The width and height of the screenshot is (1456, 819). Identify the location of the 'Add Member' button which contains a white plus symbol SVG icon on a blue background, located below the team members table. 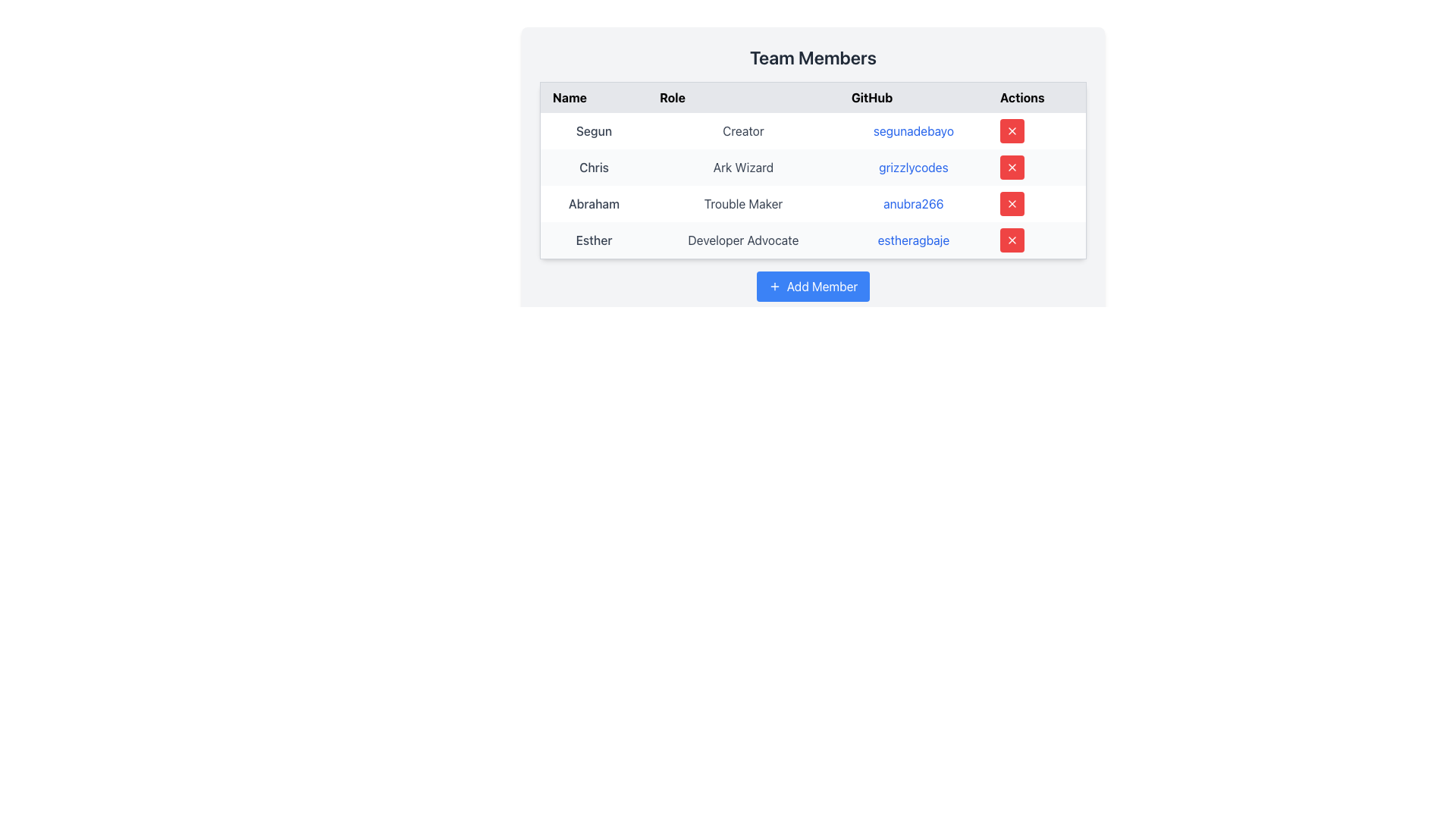
(774, 287).